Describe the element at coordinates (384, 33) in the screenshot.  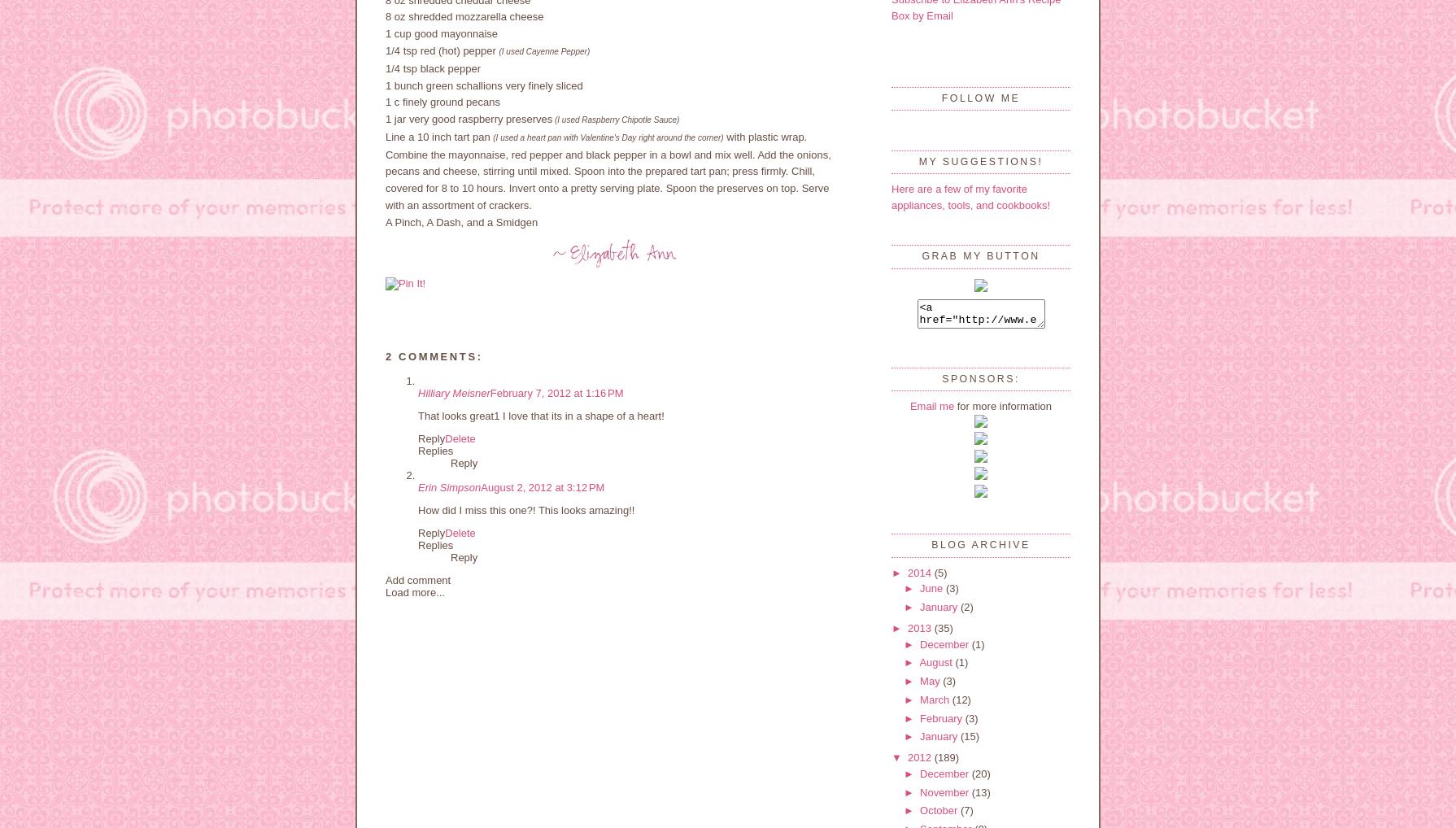
I see `'1 cup good mayonnaise'` at that location.